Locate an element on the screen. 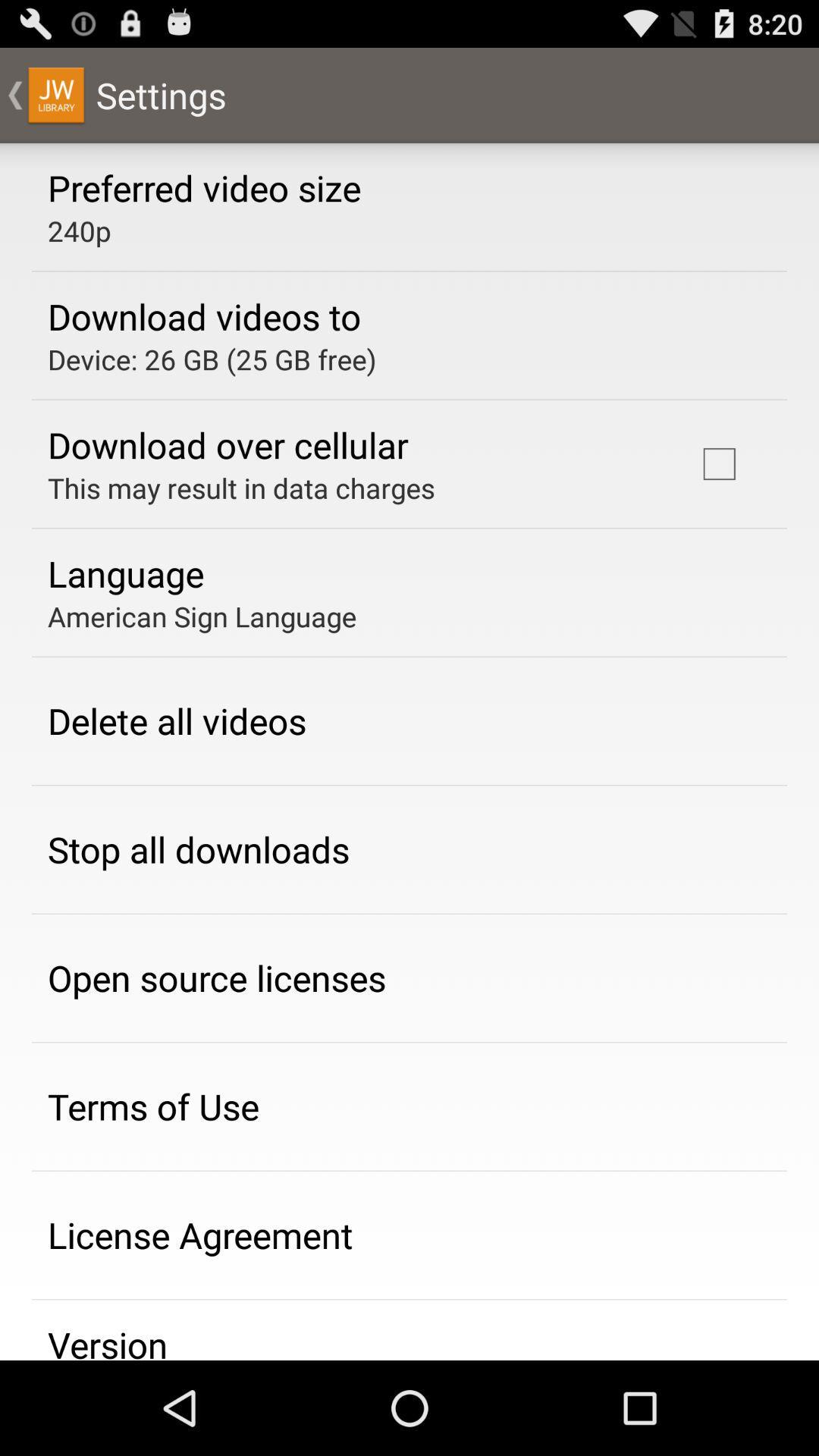 This screenshot has height=1456, width=819. the icon above stop all downloads item is located at coordinates (176, 720).